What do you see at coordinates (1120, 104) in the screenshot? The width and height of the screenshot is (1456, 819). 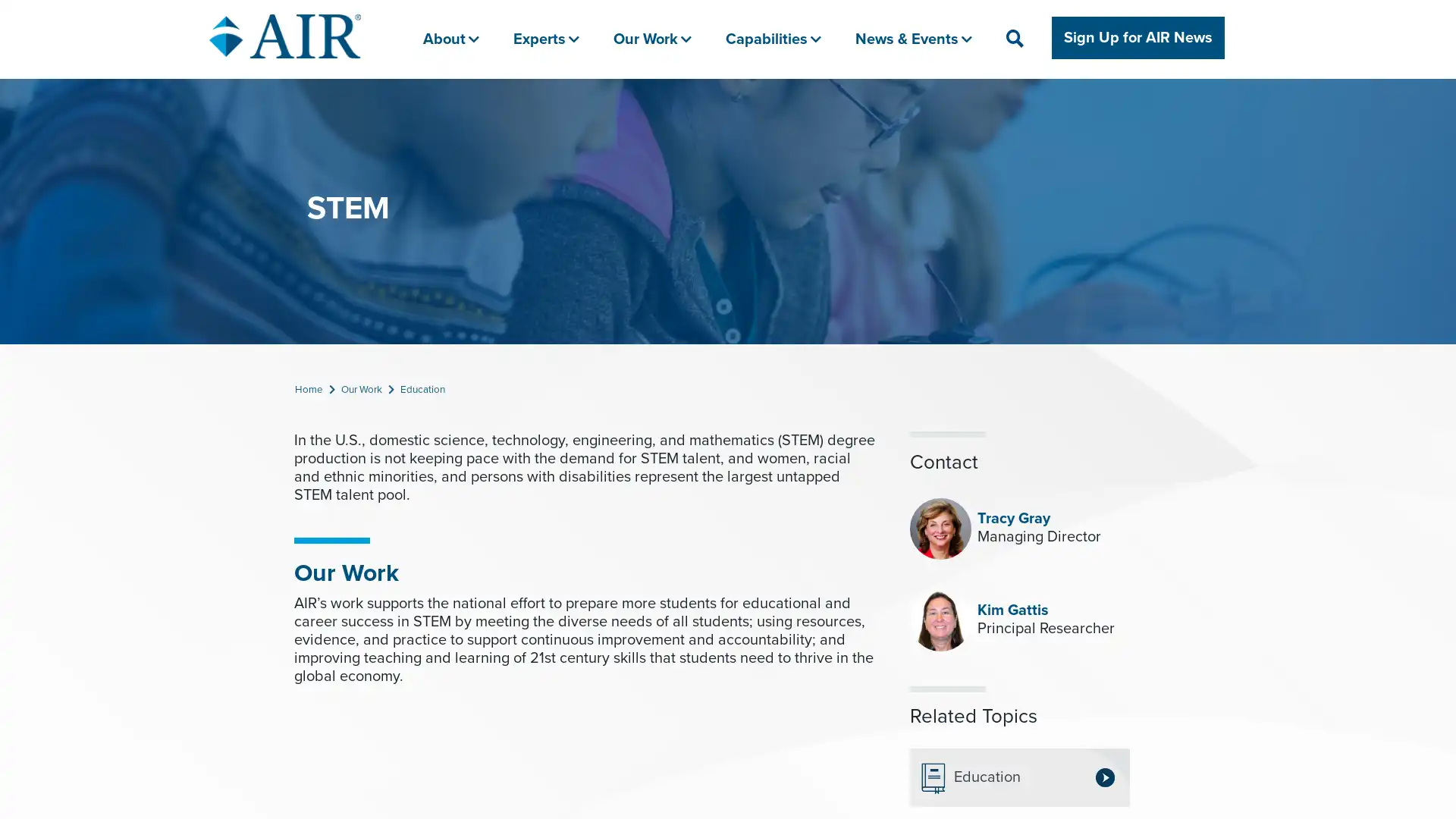 I see `Reset` at bounding box center [1120, 104].